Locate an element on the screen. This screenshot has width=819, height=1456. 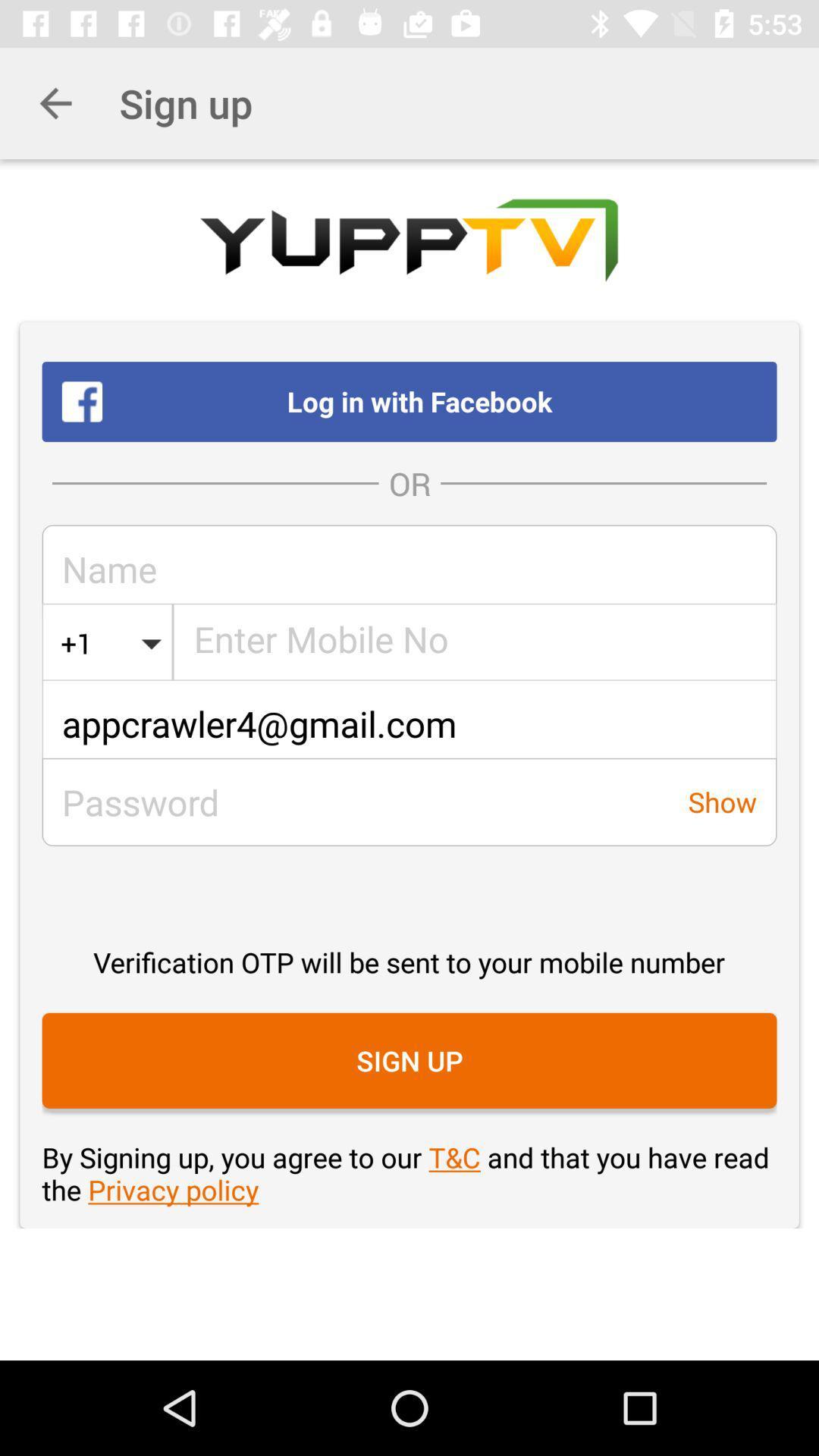
search bar is located at coordinates (475, 643).